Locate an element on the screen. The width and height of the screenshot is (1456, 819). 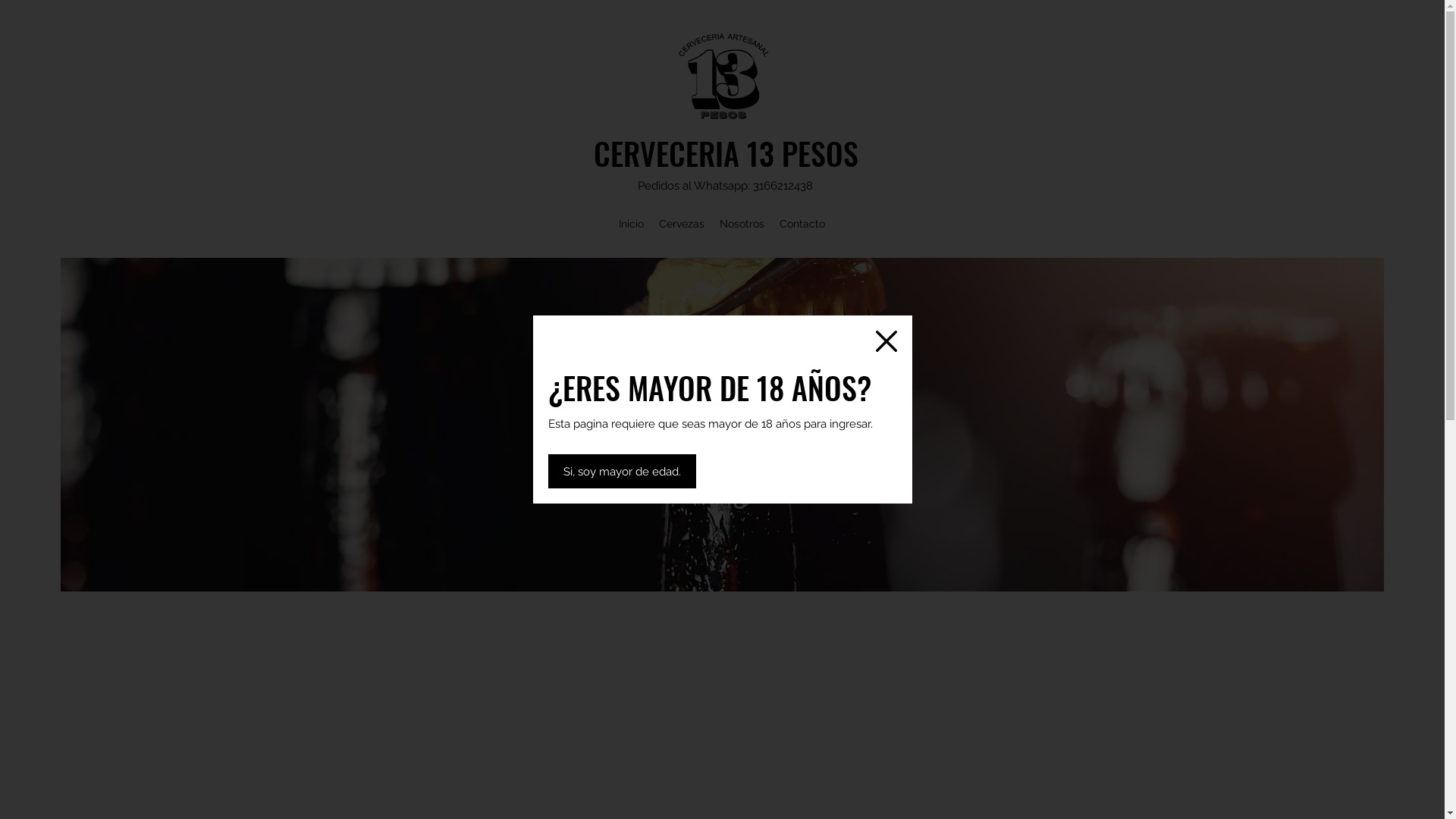
'CERVECERIA 13 PESOS' is located at coordinates (592, 152).